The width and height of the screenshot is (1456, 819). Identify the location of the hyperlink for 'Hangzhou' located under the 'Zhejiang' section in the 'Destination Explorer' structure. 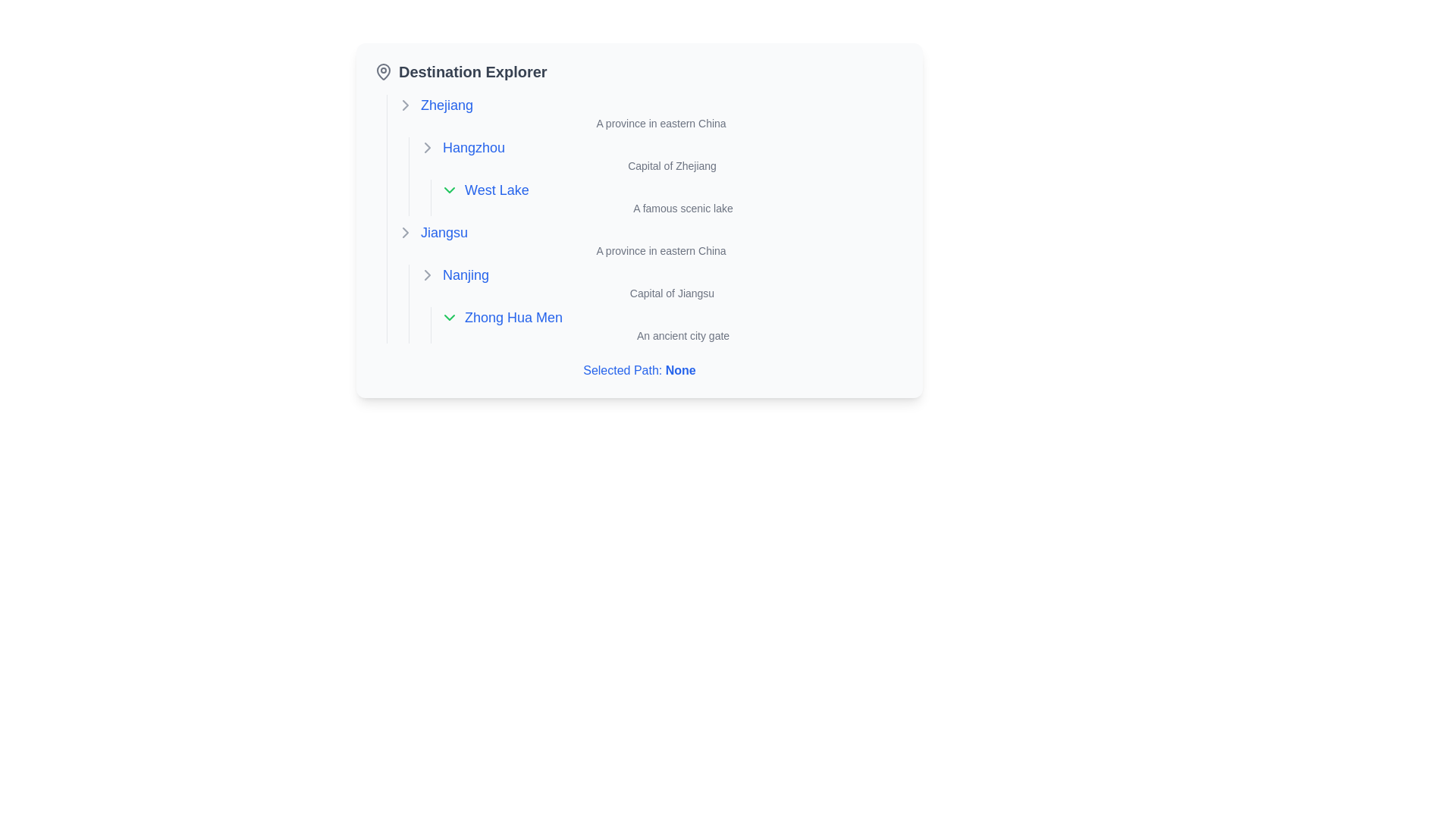
(472, 148).